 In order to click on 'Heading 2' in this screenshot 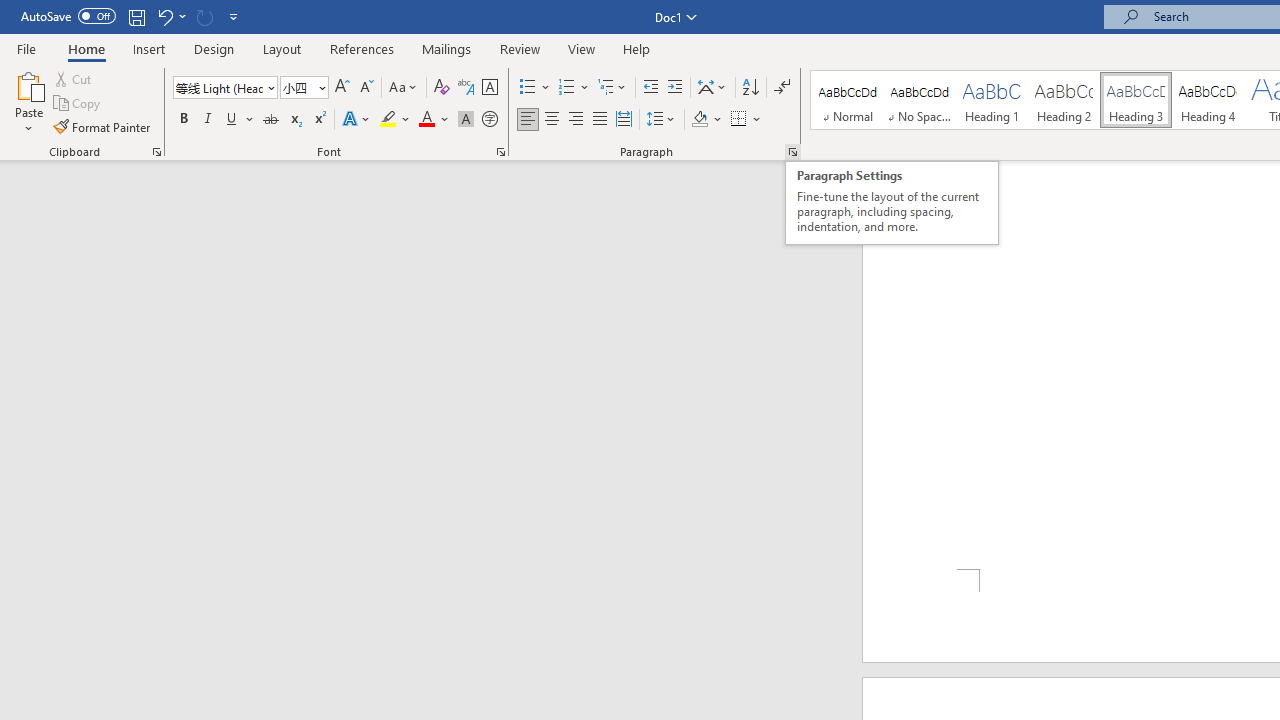, I will do `click(1062, 100)`.